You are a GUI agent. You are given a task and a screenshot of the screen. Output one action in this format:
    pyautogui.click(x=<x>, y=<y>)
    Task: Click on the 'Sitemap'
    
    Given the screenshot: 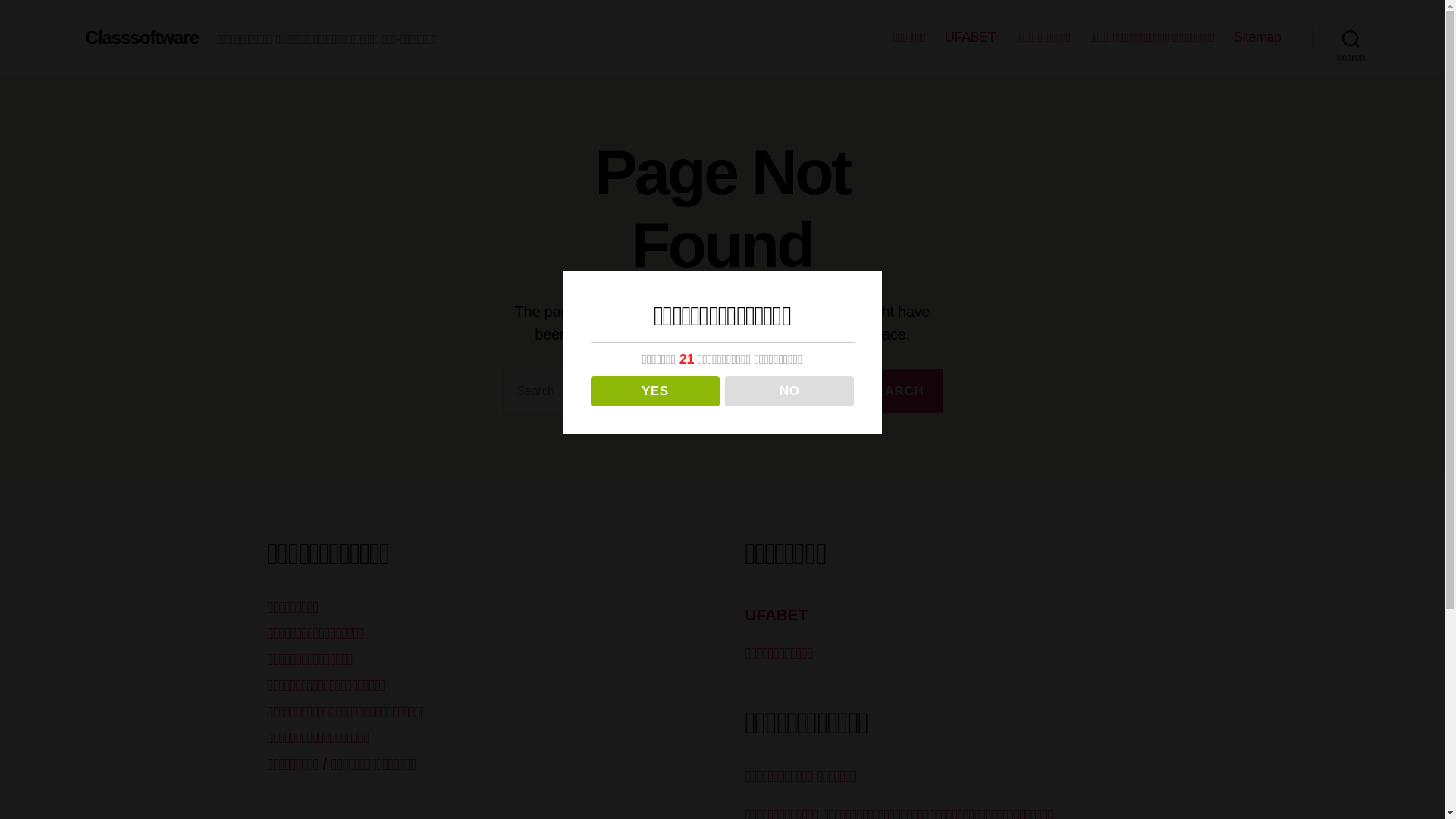 What is the action you would take?
    pyautogui.click(x=1257, y=37)
    